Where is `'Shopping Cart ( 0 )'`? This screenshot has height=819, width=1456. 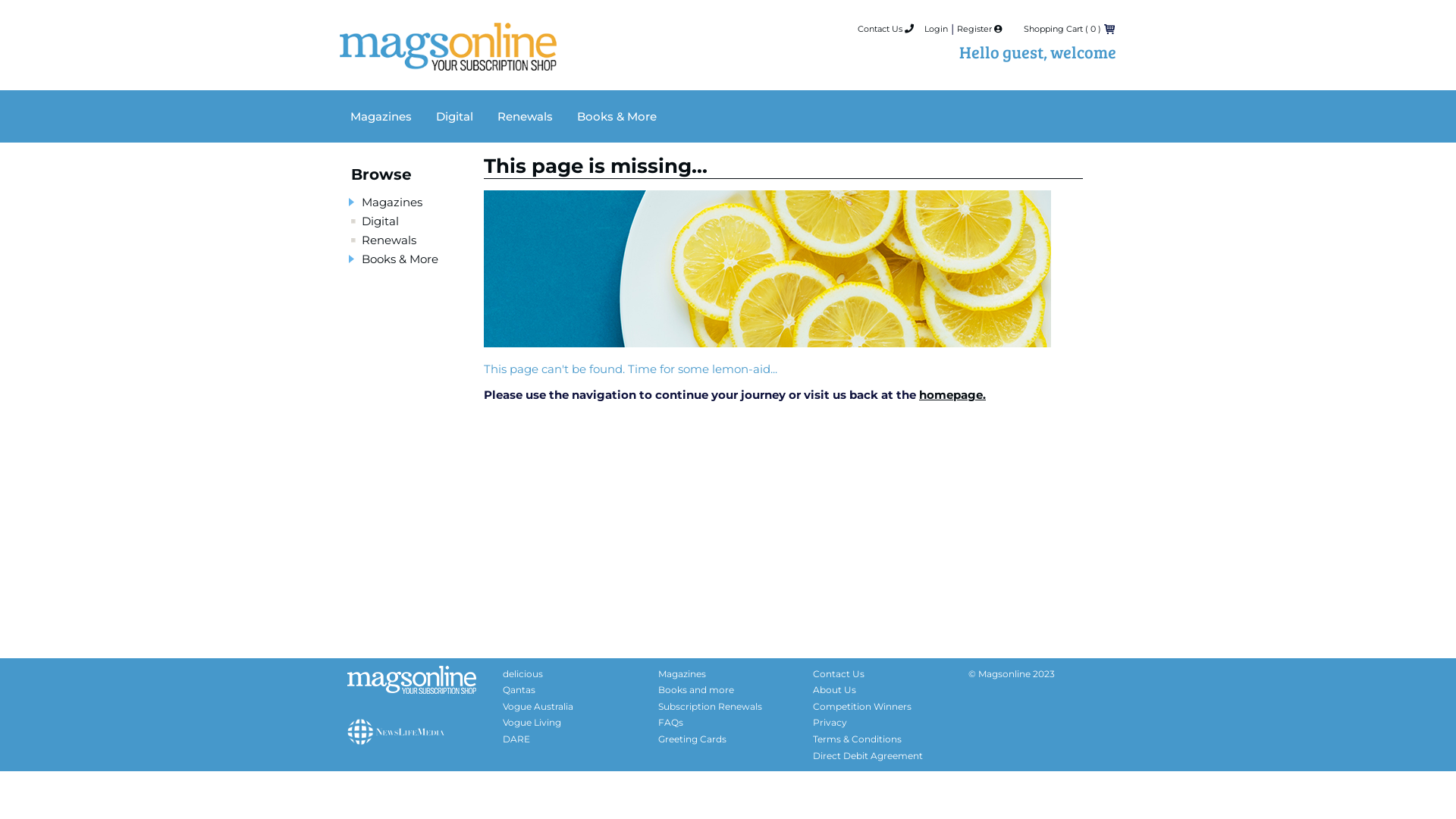
'Shopping Cart ( 0 )' is located at coordinates (1023, 29).